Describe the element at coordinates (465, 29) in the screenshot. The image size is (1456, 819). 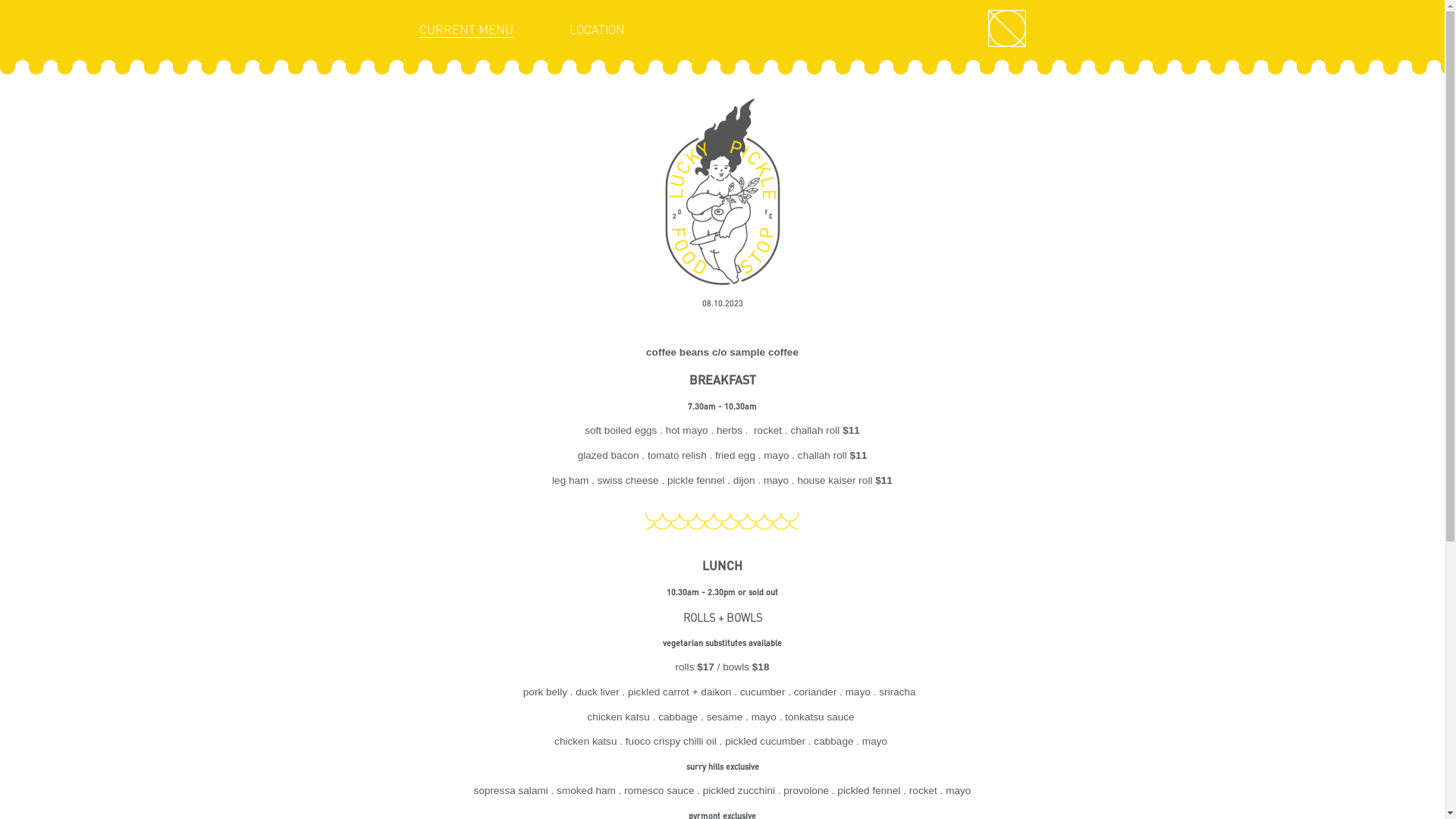
I see `'CURRENT MENU'` at that location.